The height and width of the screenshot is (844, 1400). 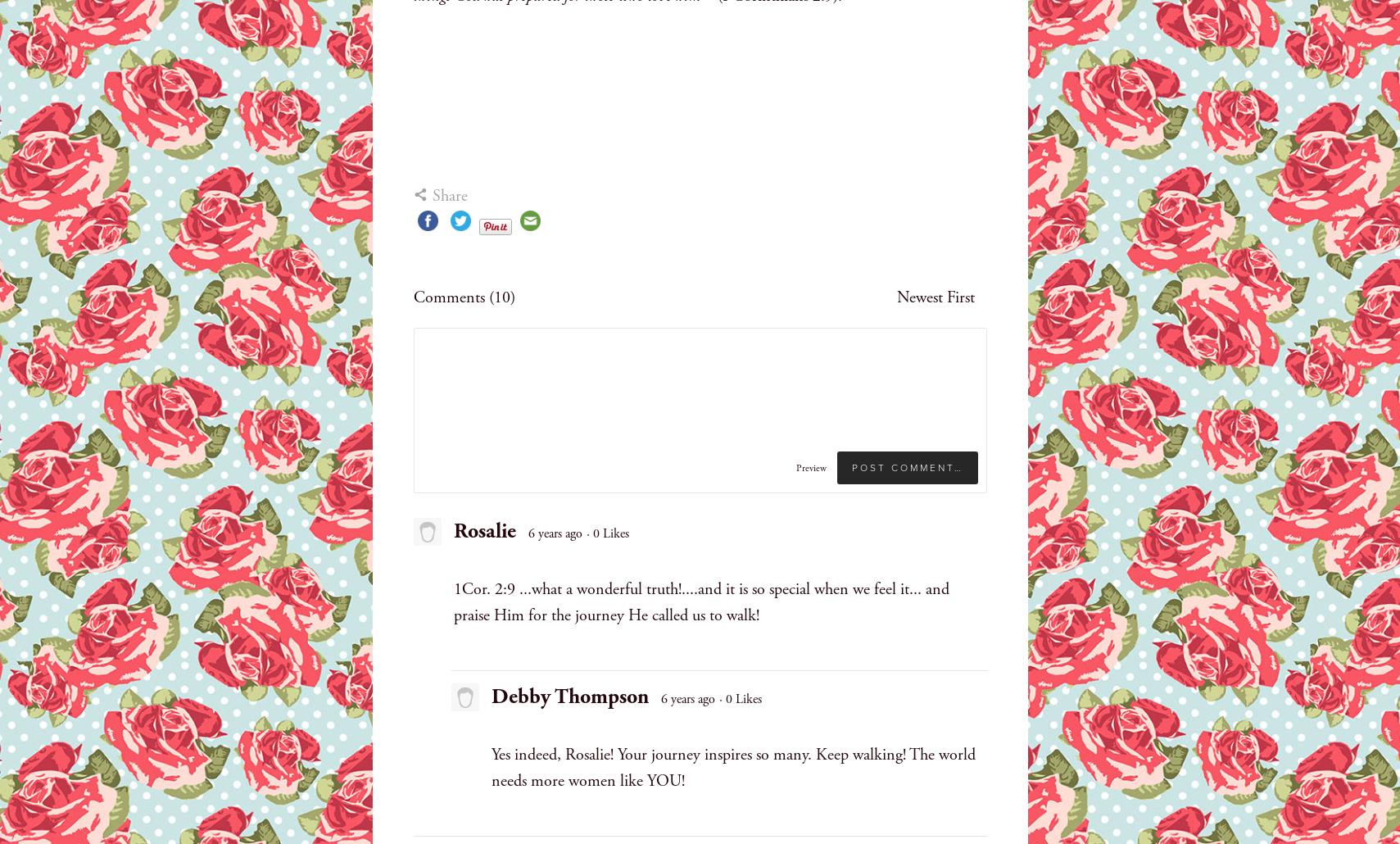 I want to click on 'Comments (10)', so click(x=463, y=297).